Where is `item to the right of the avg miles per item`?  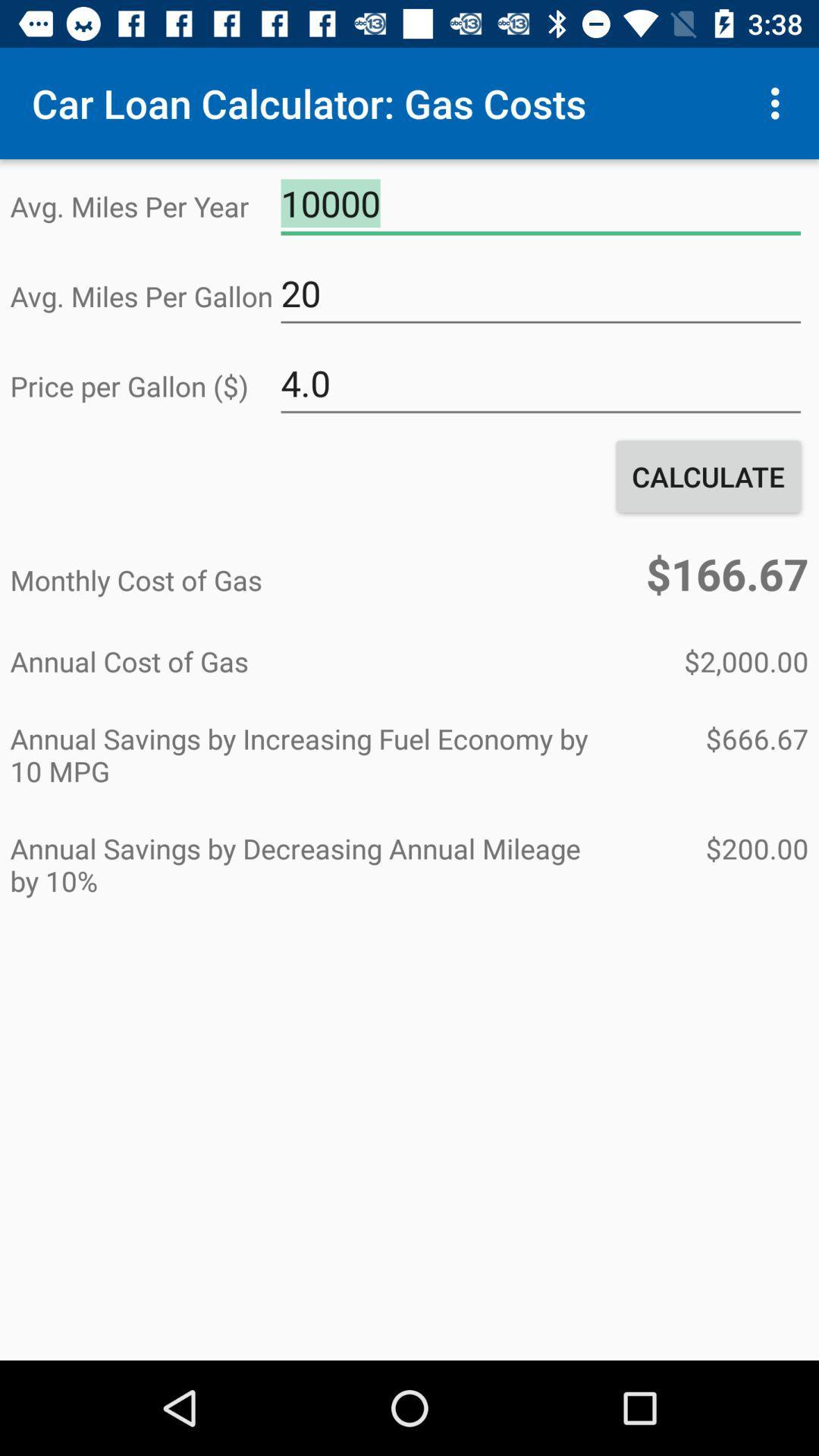
item to the right of the avg miles per item is located at coordinates (540, 293).